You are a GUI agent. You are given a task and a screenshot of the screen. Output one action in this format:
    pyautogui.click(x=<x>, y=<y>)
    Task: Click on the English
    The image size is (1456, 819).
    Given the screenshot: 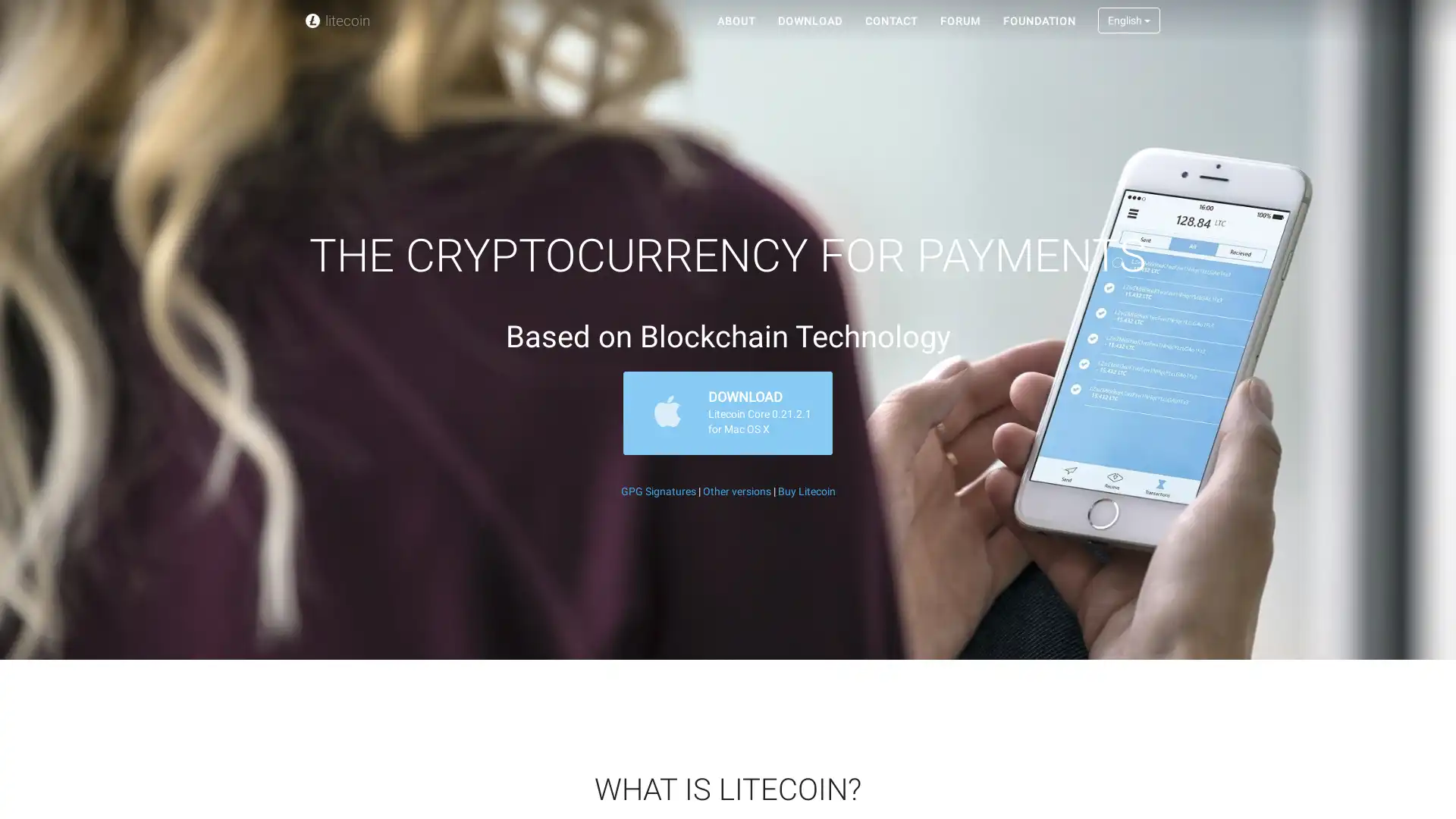 What is the action you would take?
    pyautogui.click(x=1128, y=36)
    